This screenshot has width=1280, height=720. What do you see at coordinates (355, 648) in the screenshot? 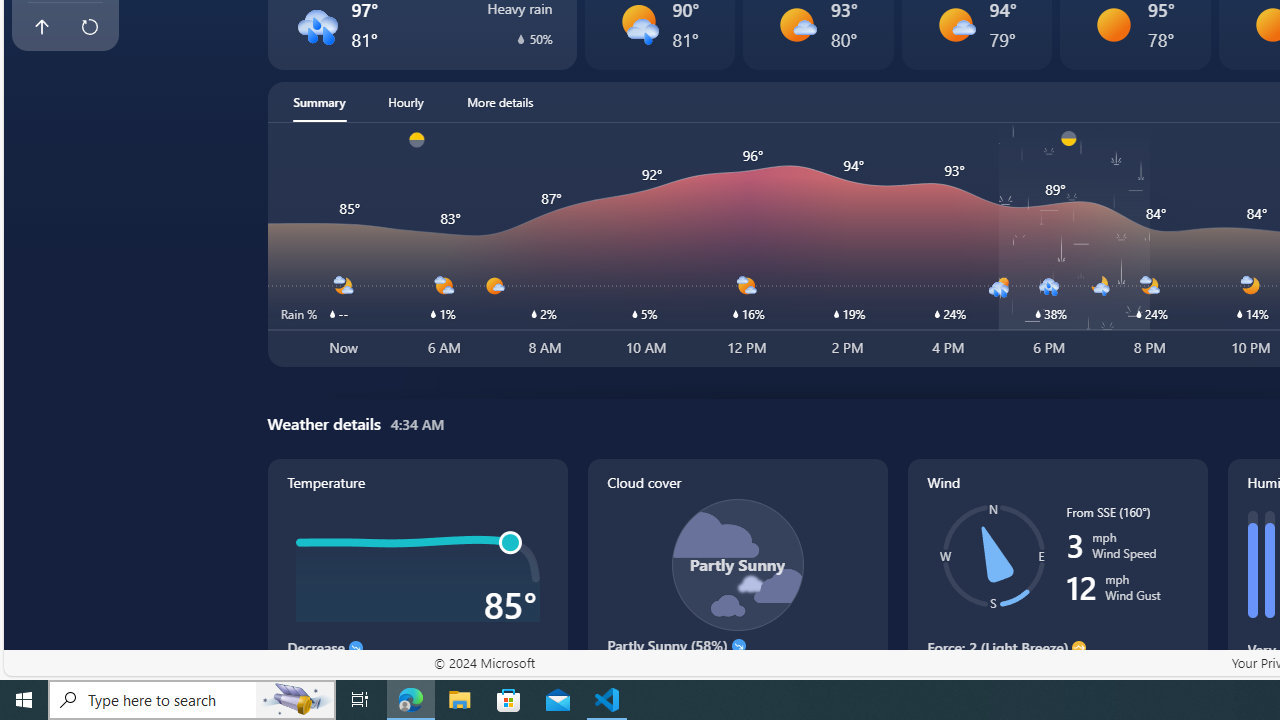
I see `'Decrease'` at bounding box center [355, 648].